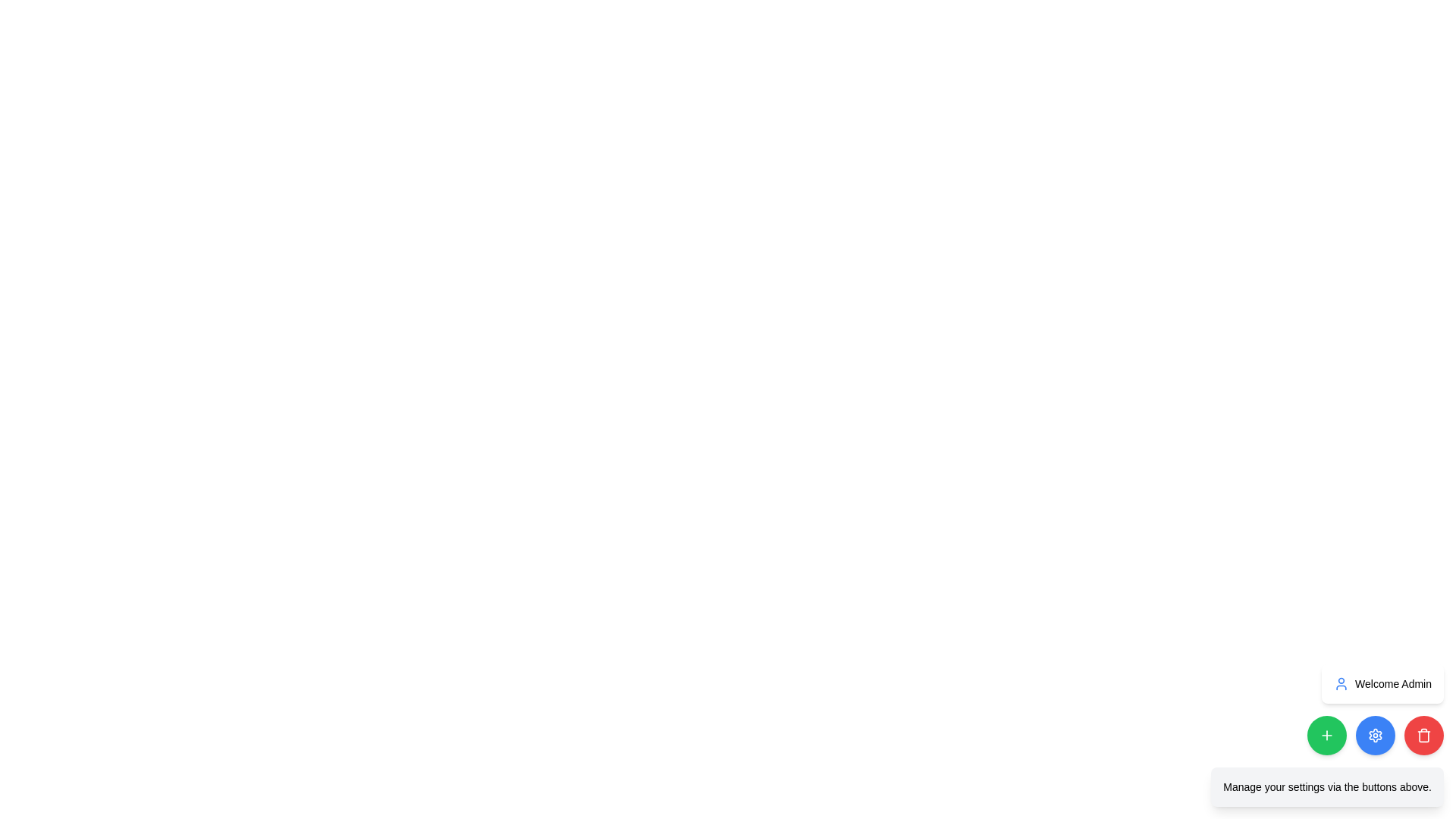 This screenshot has height=819, width=1456. Describe the element at coordinates (1376, 734) in the screenshot. I see `the clickable settings icon located in the circular blue button at the bottom-right corner of the interface` at that location.